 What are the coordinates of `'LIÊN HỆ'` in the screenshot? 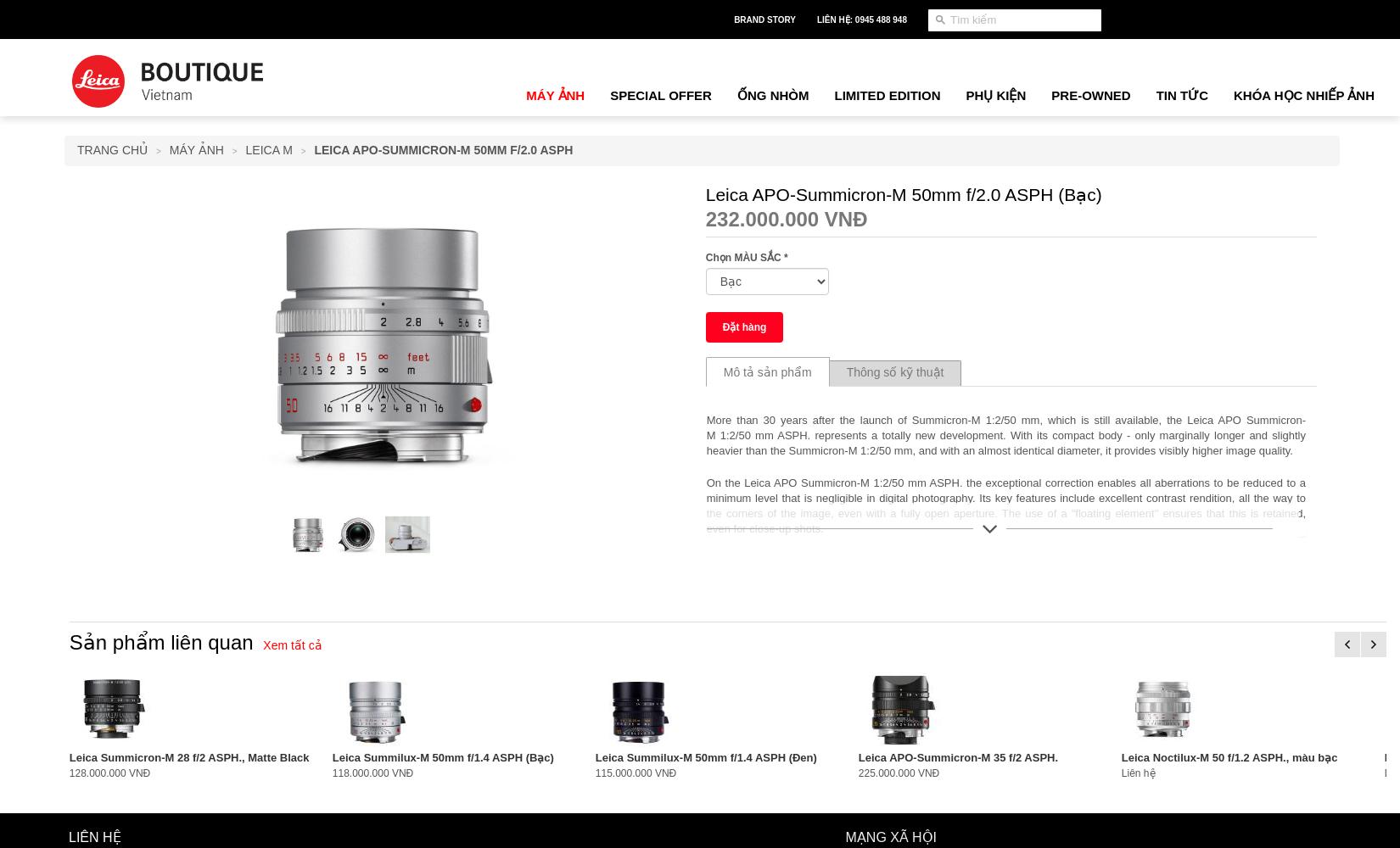 It's located at (94, 836).